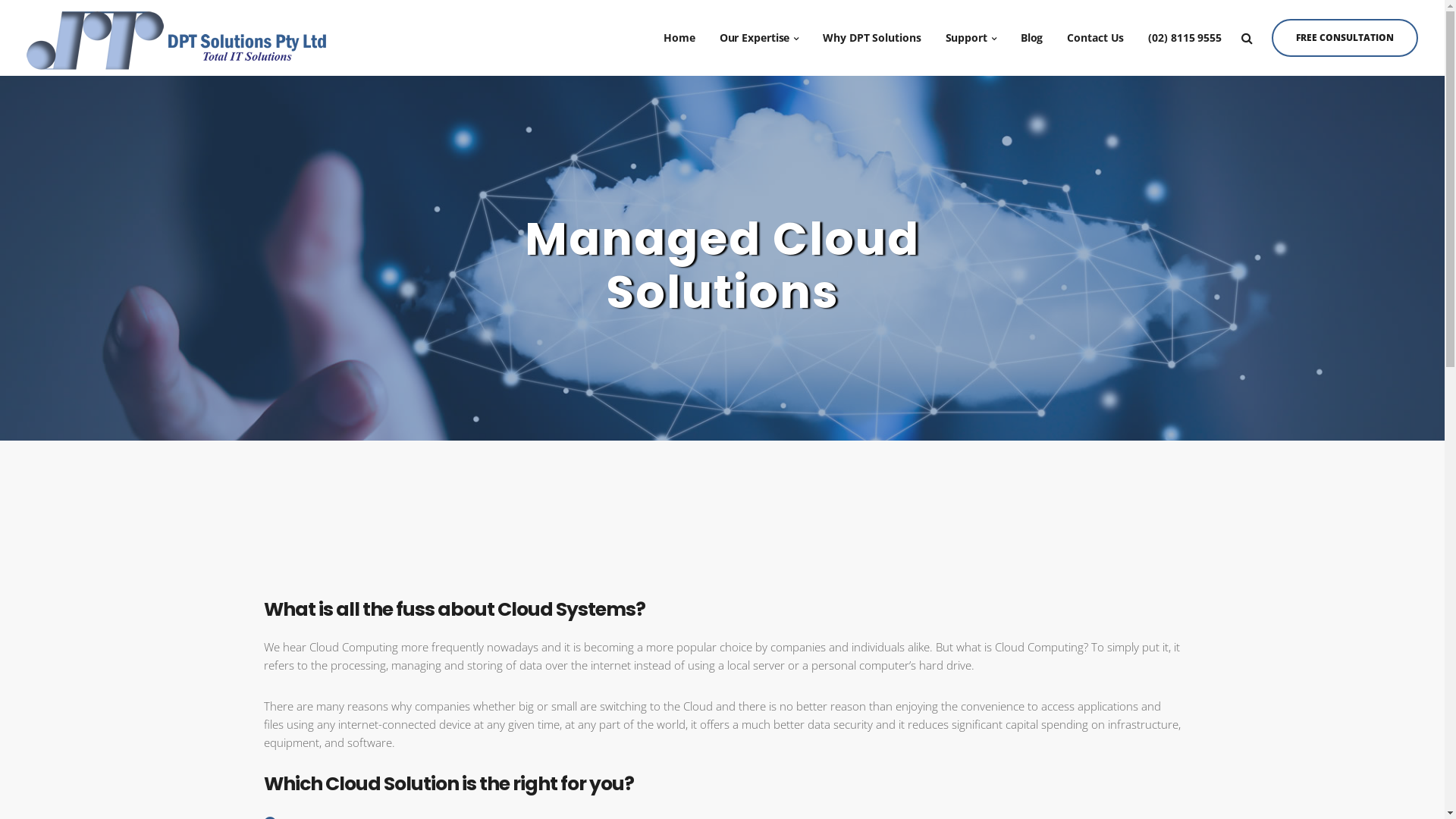  Describe the element at coordinates (1144, 789) in the screenshot. I see `'Terms & Conditions'` at that location.